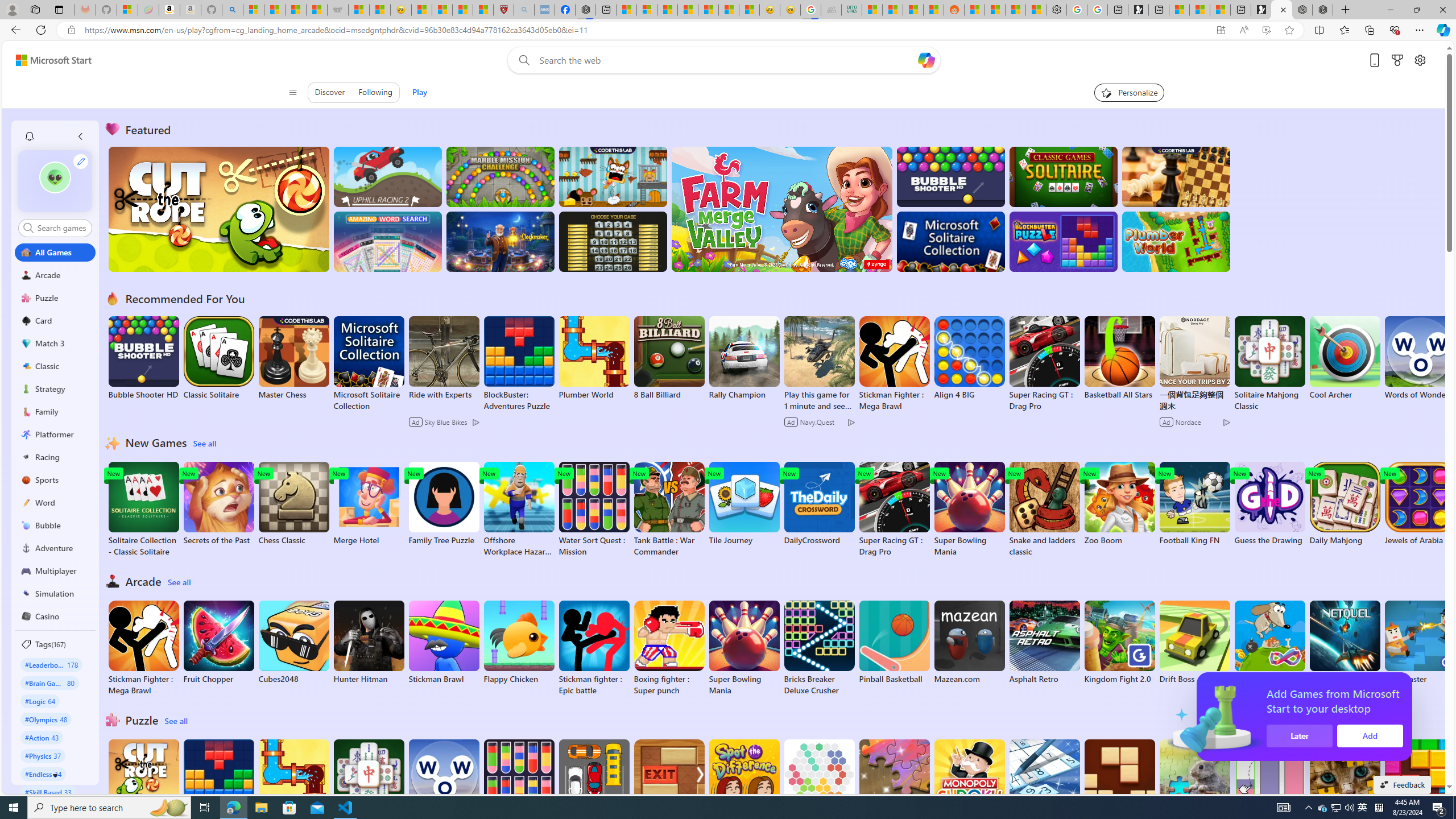 This screenshot has height=819, width=1456. Describe the element at coordinates (292, 642) in the screenshot. I see `'Cubes2048'` at that location.